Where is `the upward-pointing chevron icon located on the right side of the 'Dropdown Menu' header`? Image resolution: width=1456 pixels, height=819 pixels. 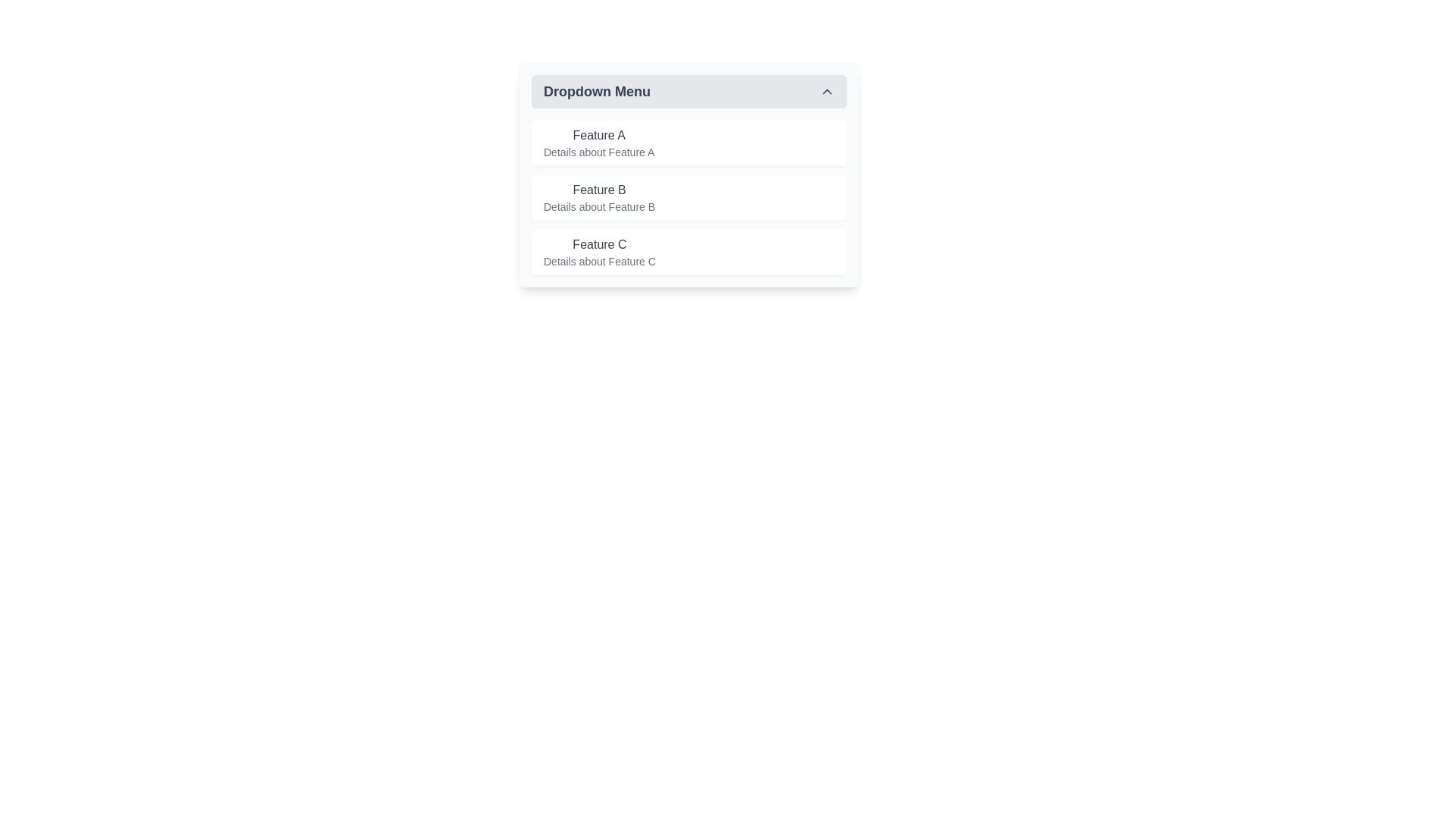 the upward-pointing chevron icon located on the right side of the 'Dropdown Menu' header is located at coordinates (826, 91).